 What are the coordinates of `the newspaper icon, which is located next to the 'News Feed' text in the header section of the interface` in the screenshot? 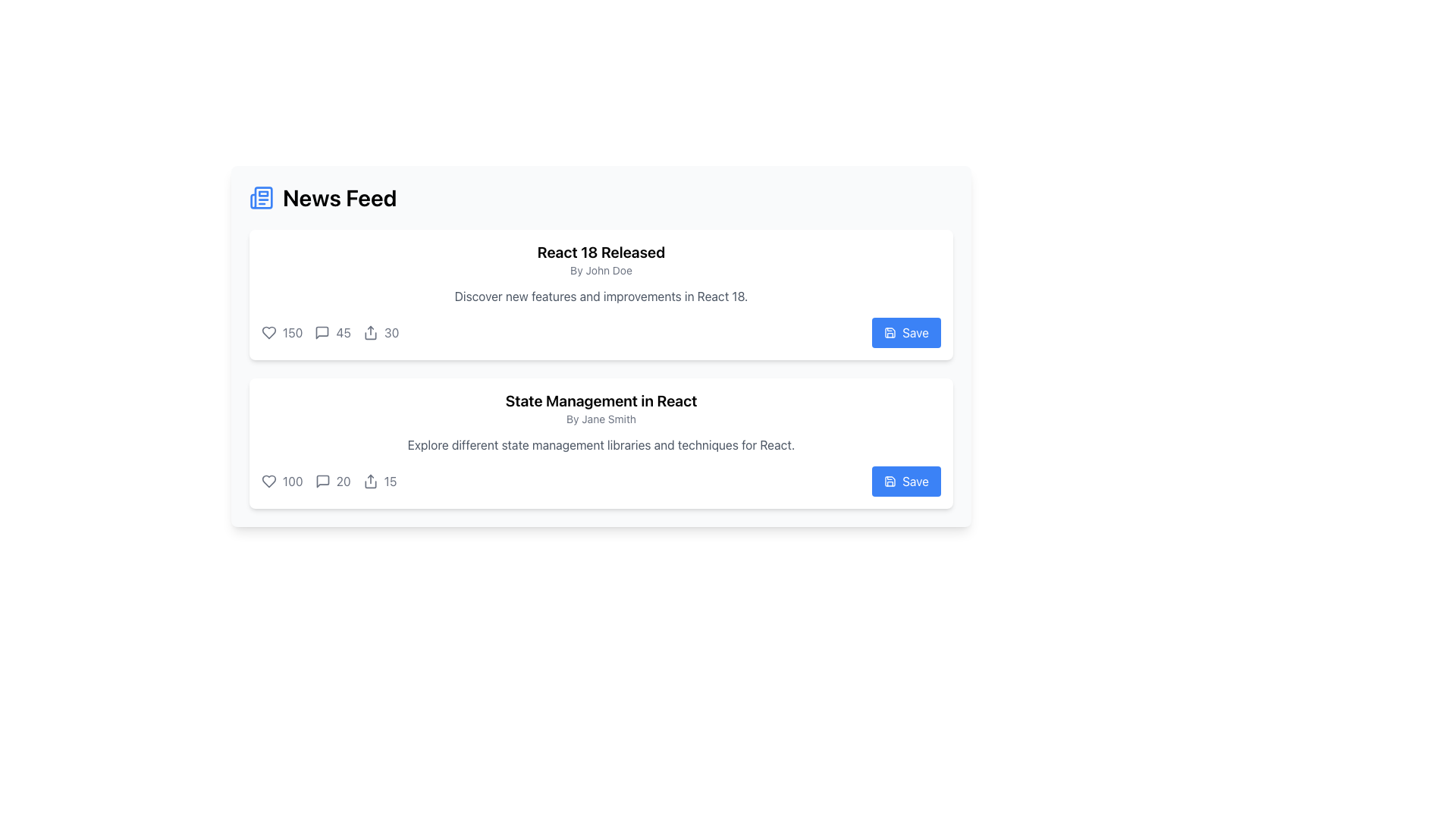 It's located at (262, 197).